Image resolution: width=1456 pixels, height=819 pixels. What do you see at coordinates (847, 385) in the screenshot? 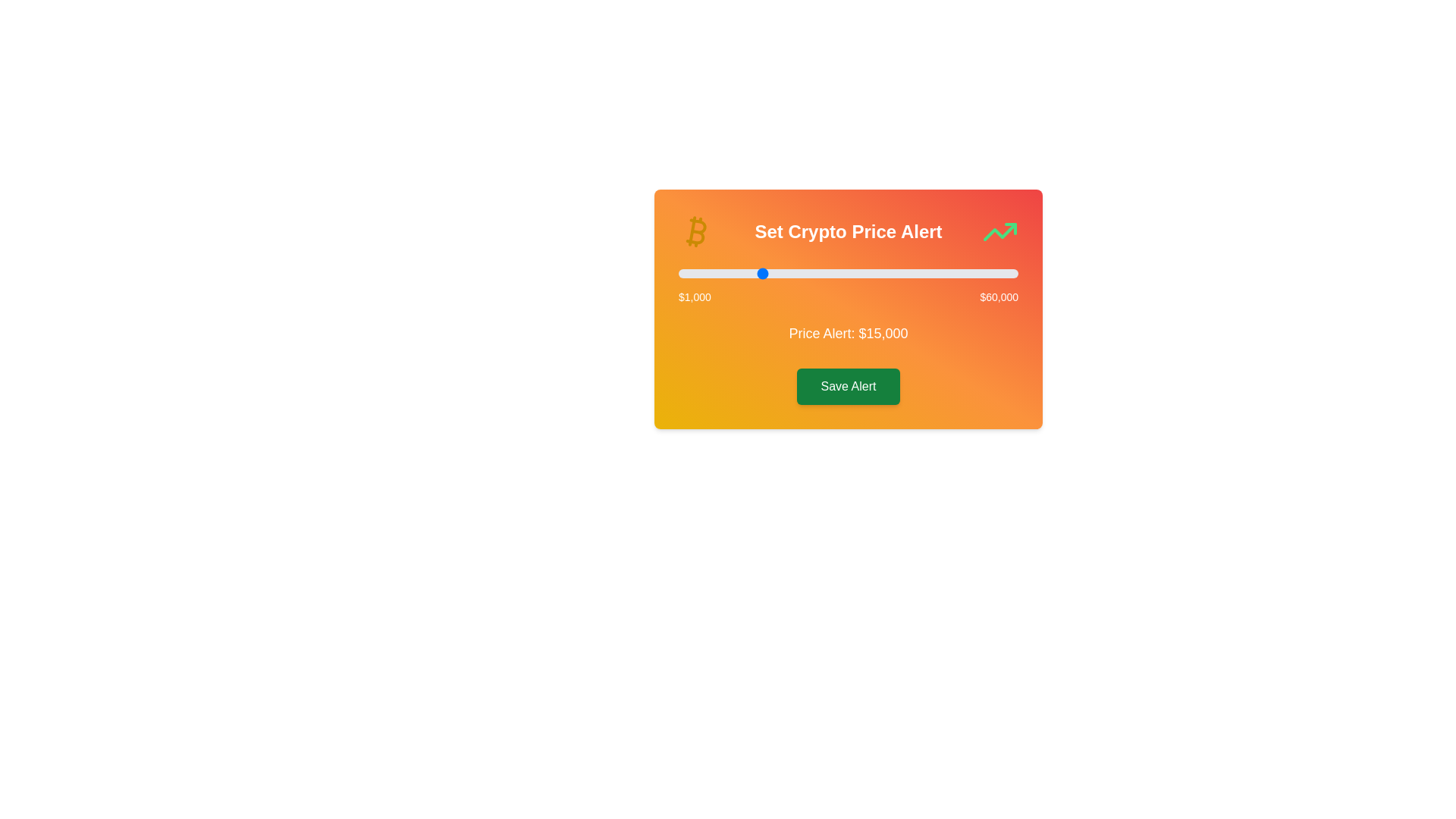
I see `the 'Save Alert' button to confirm the selected price` at bounding box center [847, 385].